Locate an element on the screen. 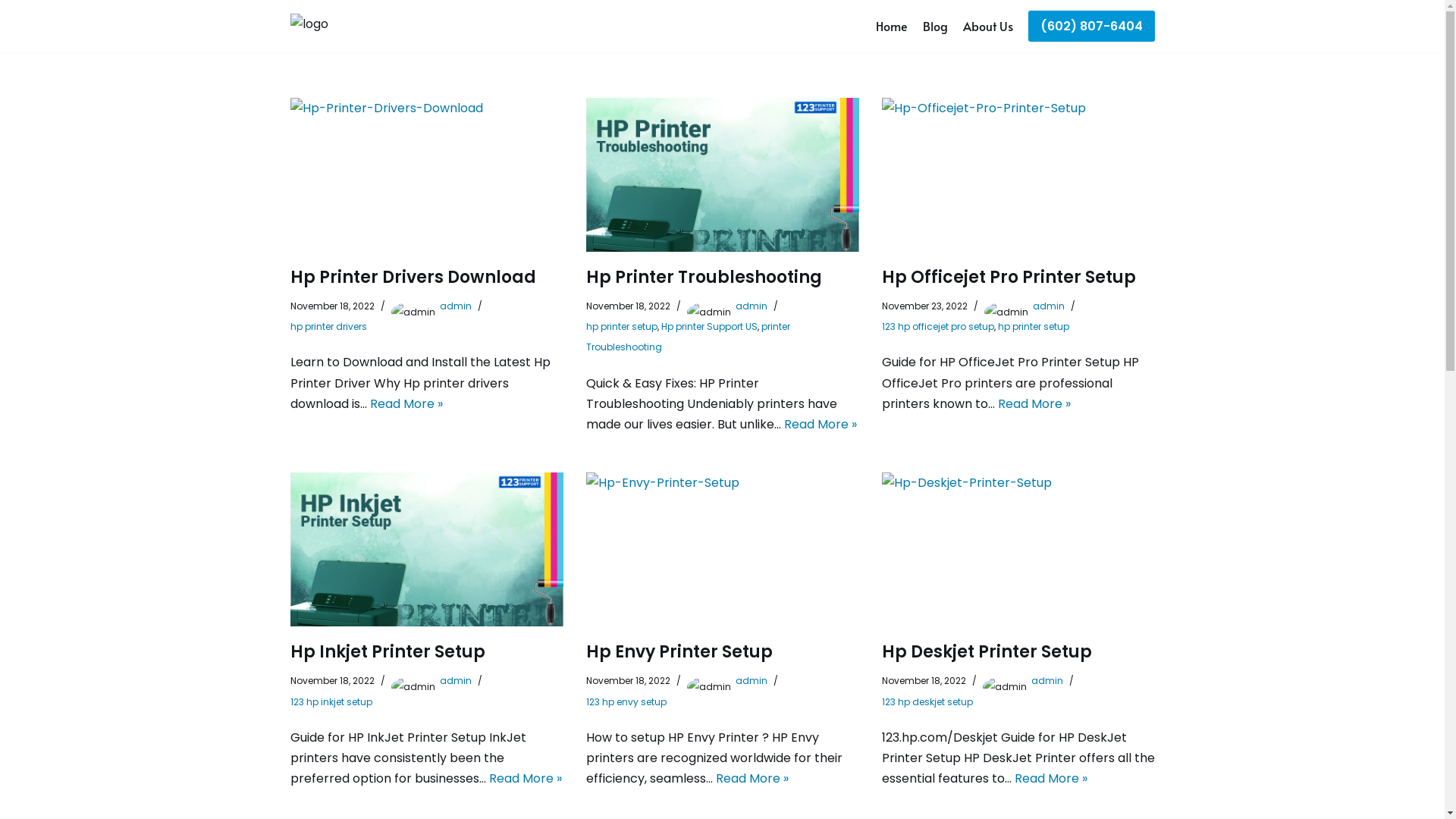 The width and height of the screenshot is (1456, 819). '123 hp officejet pro setup' is located at coordinates (937, 325).